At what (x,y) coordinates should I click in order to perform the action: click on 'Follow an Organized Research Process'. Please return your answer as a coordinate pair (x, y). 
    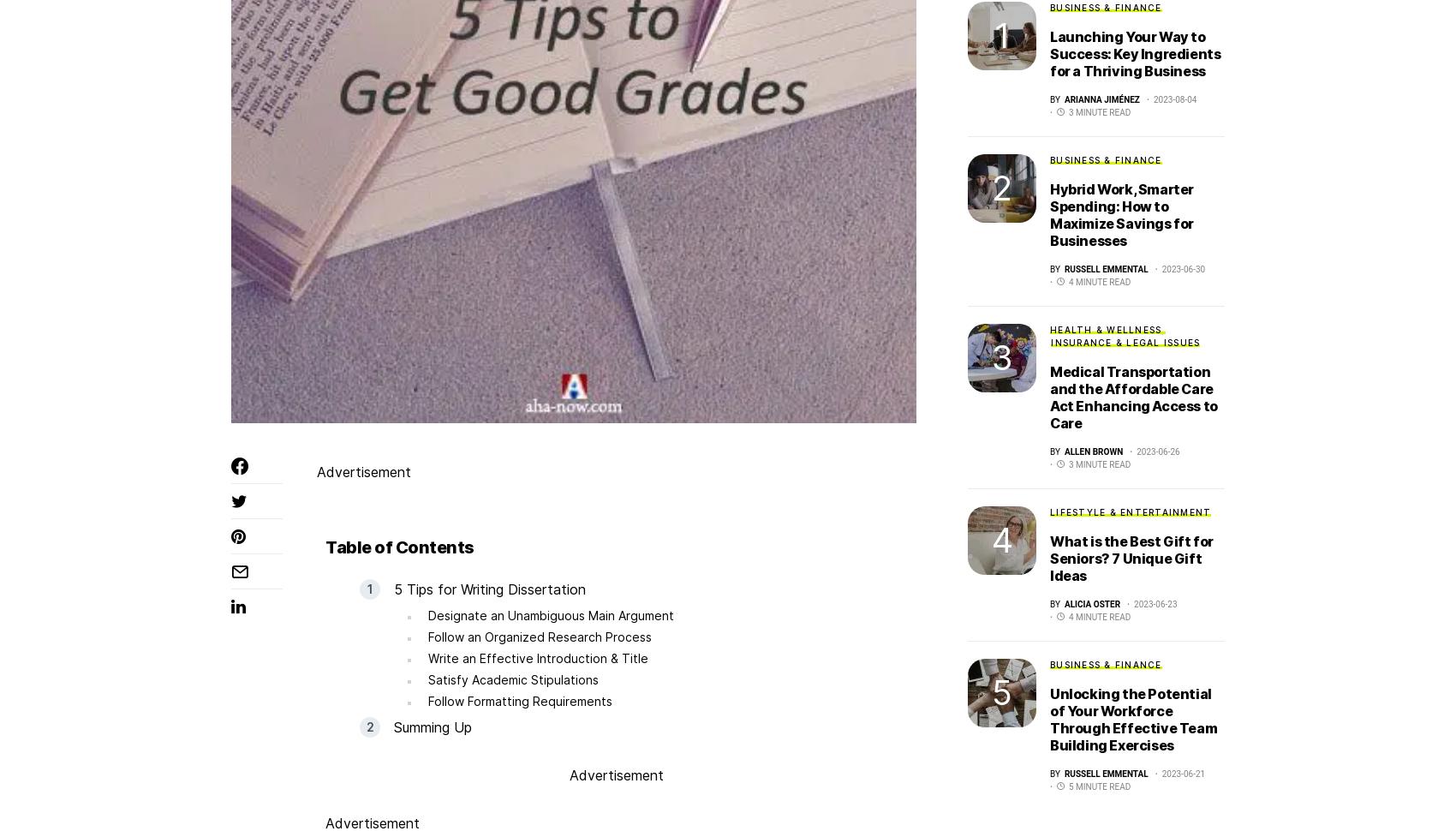
    Looking at the image, I should click on (427, 636).